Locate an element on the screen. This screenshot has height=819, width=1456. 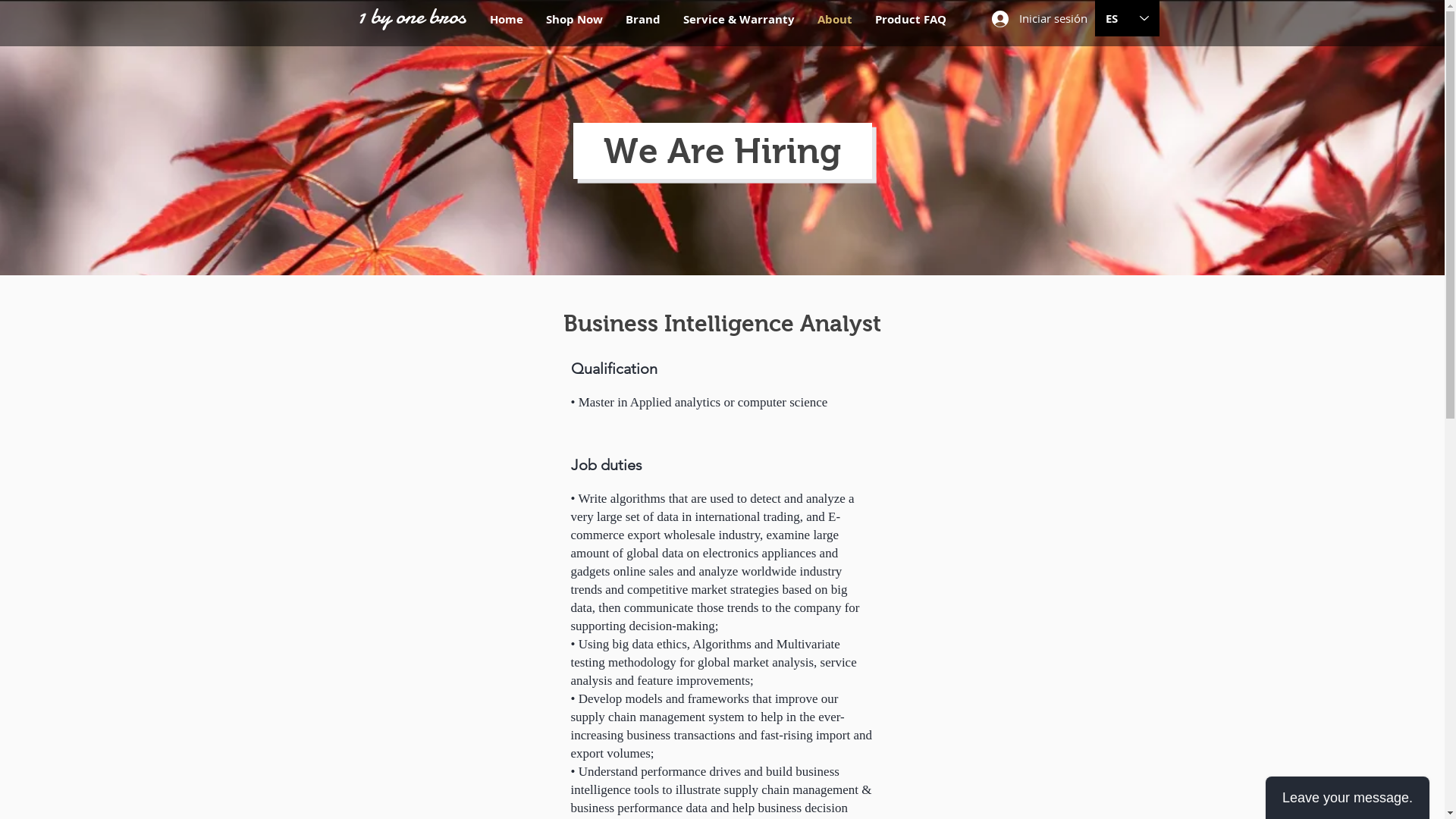
'About' is located at coordinates (833, 20).